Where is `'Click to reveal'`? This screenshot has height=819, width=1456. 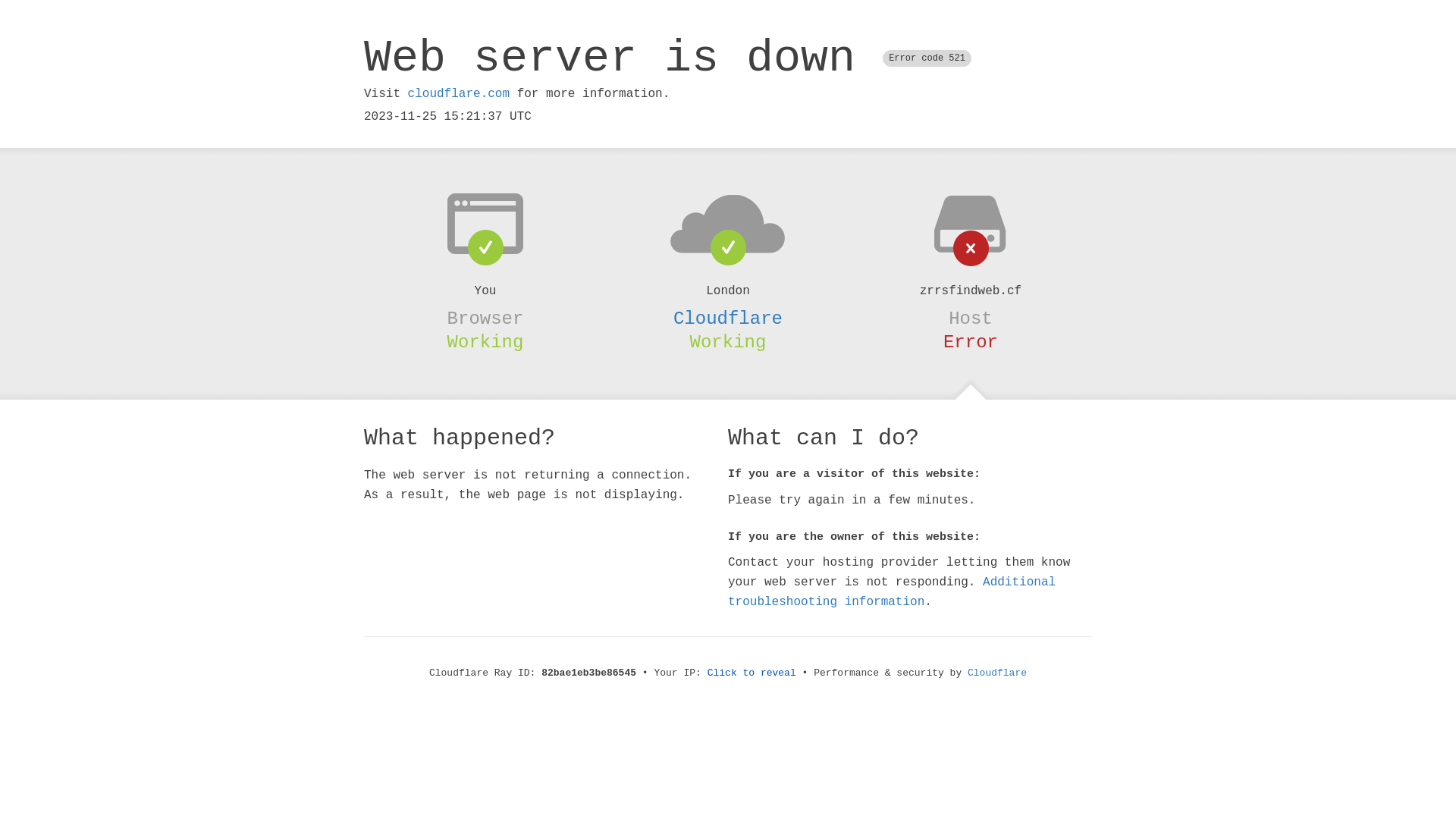
'Click to reveal' is located at coordinates (752, 672).